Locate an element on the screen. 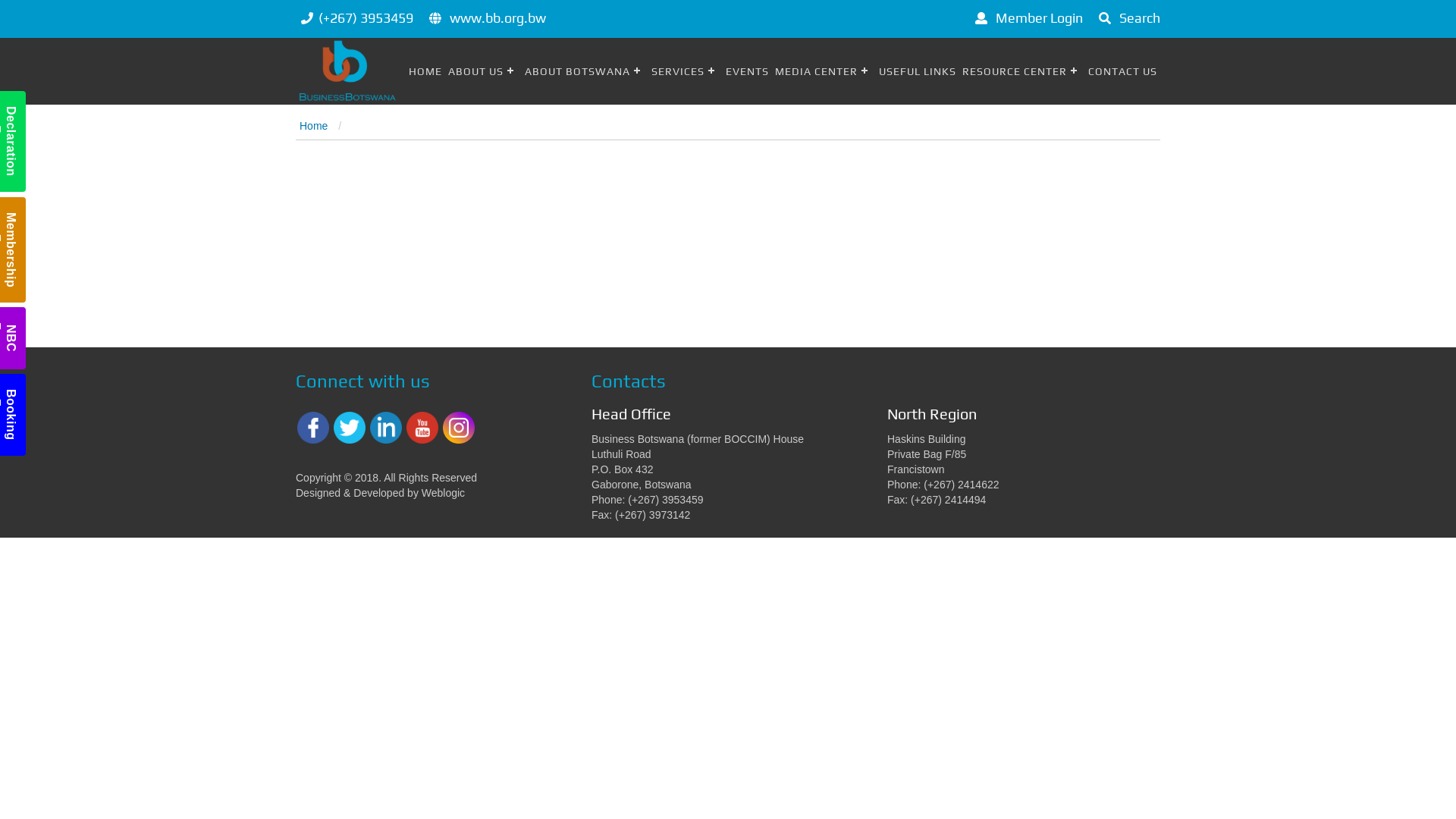 The height and width of the screenshot is (819, 1456). 'SERVICES' is located at coordinates (684, 71).